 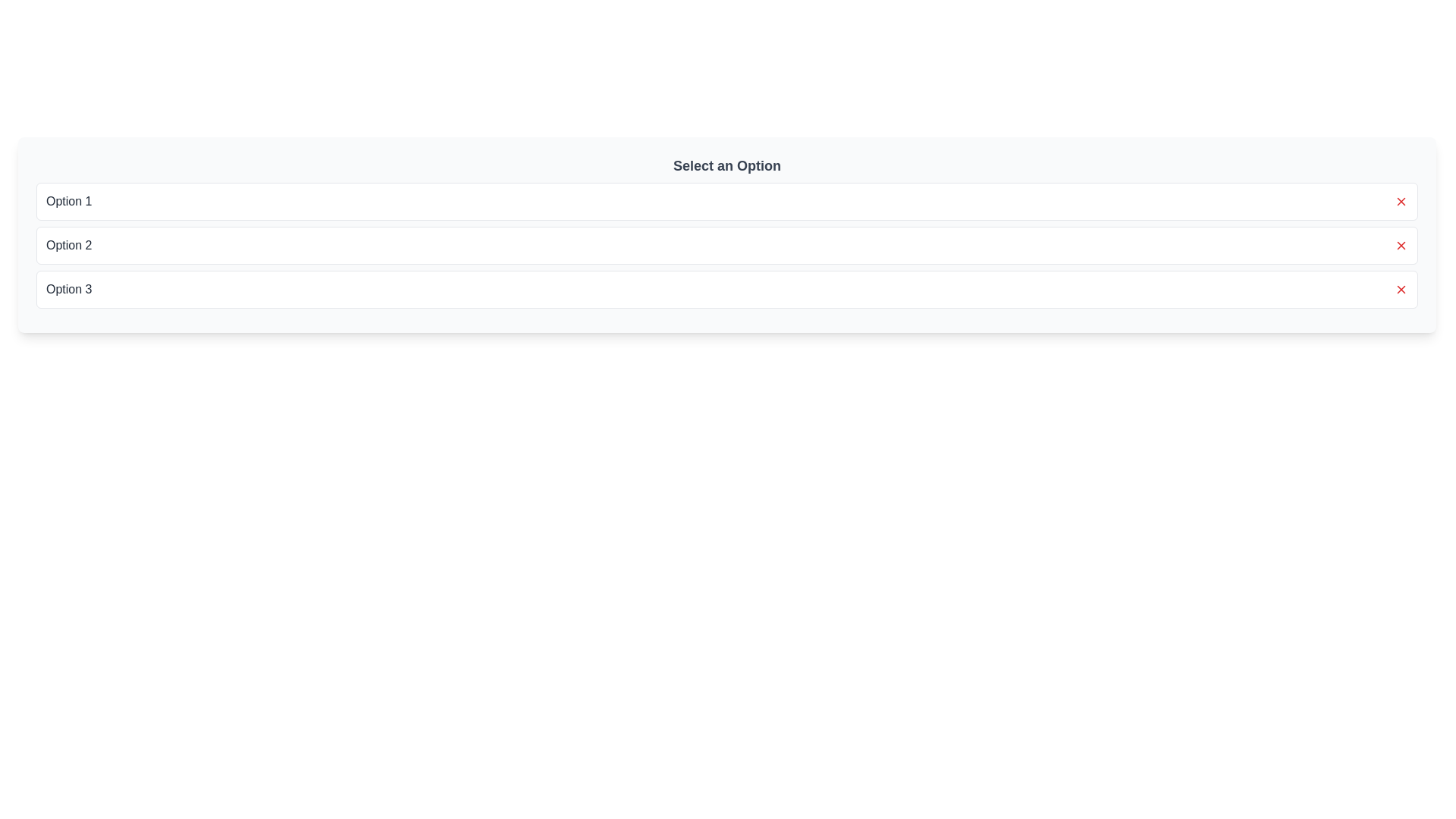 What do you see at coordinates (726, 245) in the screenshot?
I see `the second selectable list item in the 'Select an Option' menu` at bounding box center [726, 245].